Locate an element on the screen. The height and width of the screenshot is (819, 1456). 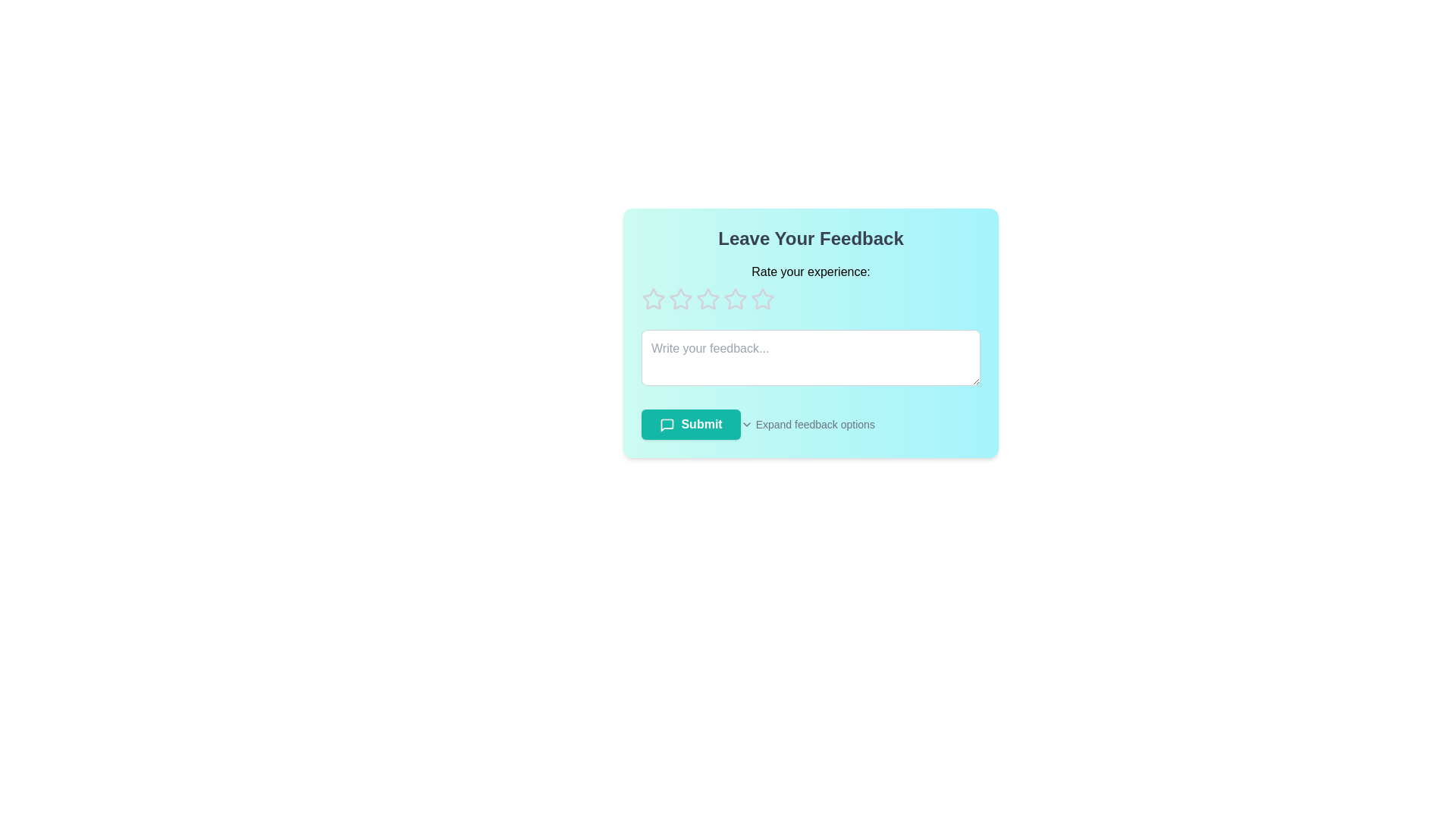
the Dropdown trigger (chevron icon) located near the bottom right of the feedback form, to the immediate left of the text 'Expand feedback options' is located at coordinates (746, 424).